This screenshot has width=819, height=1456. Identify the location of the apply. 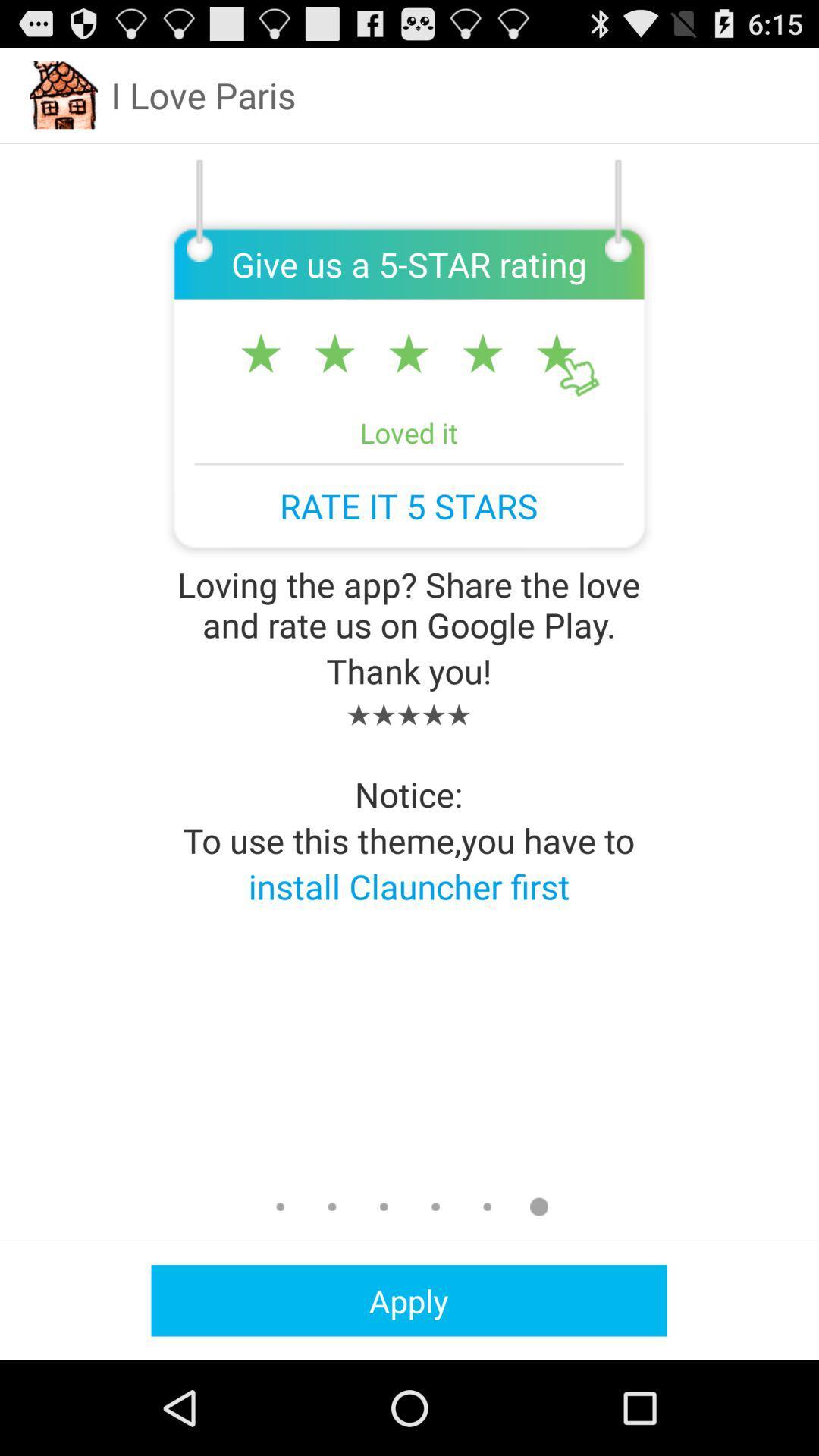
(408, 1300).